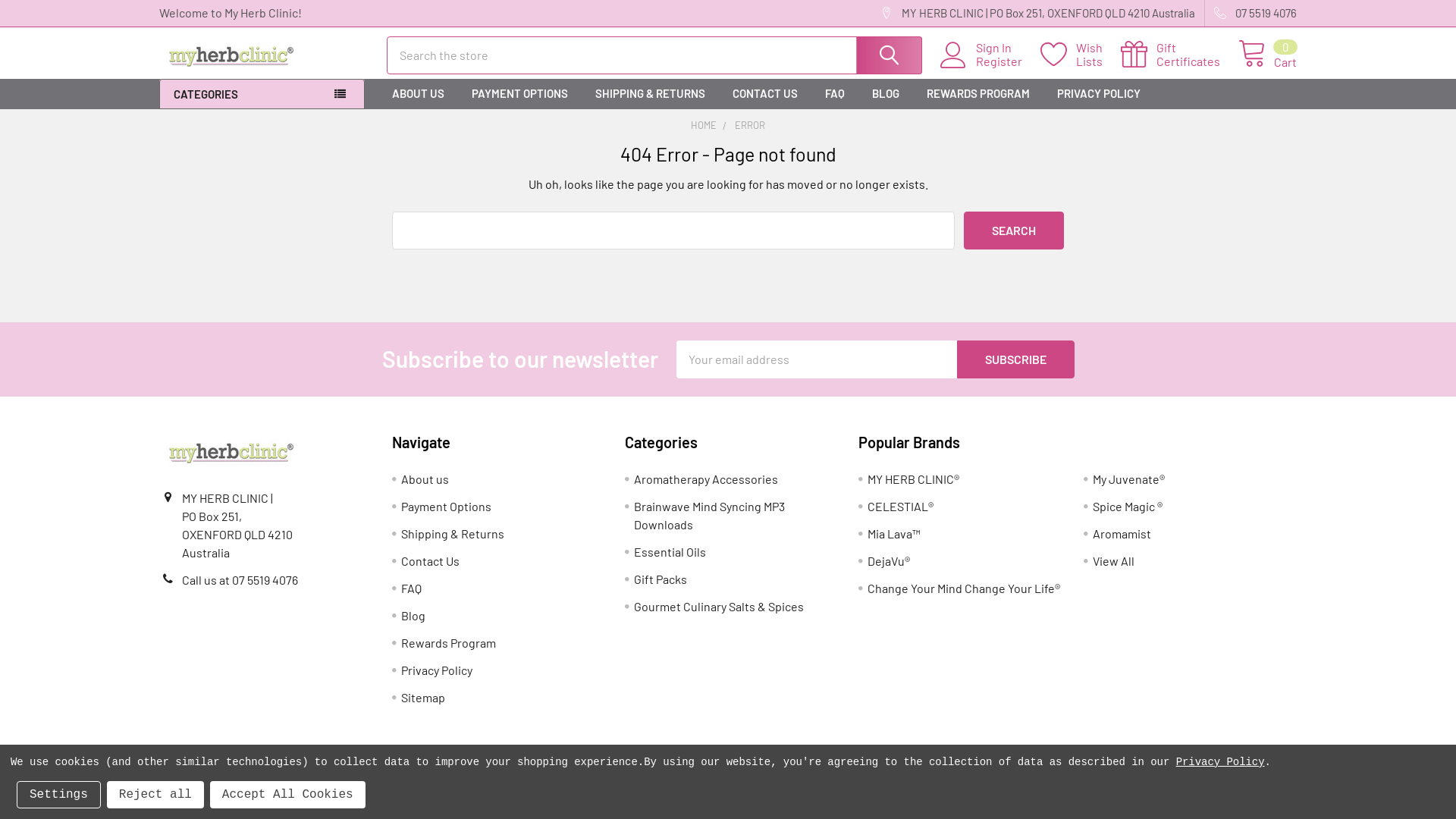 Image resolution: width=1456 pixels, height=819 pixels. I want to click on 'SHIPPING & RETURNS', so click(650, 93).